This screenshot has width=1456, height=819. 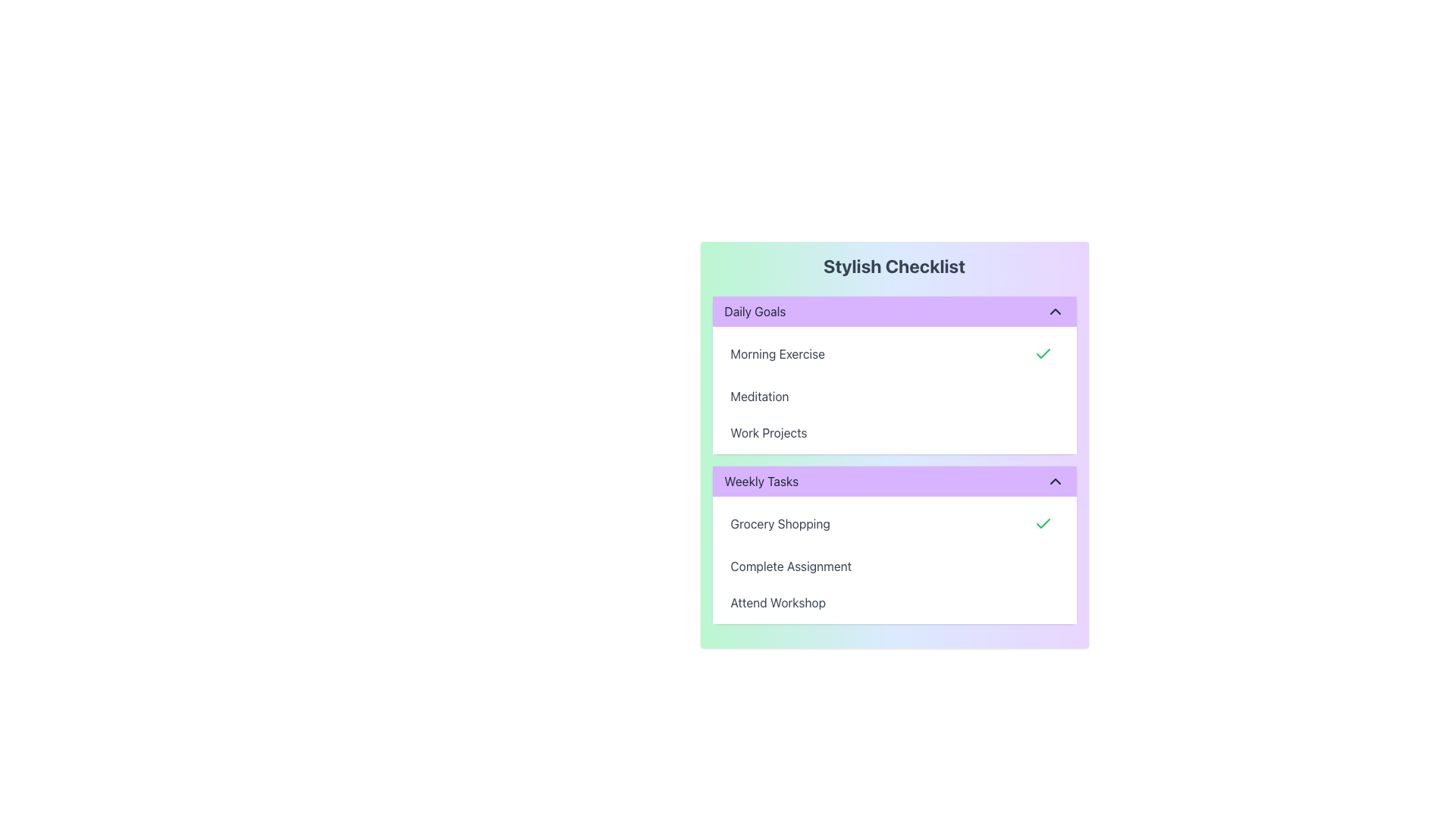 What do you see at coordinates (1054, 482) in the screenshot?
I see `the chevron-up icon toggle control located in the right section of the 'Weekly Tasks' header, which is represented as an upward-pointing arrow with a minimalist line style` at bounding box center [1054, 482].